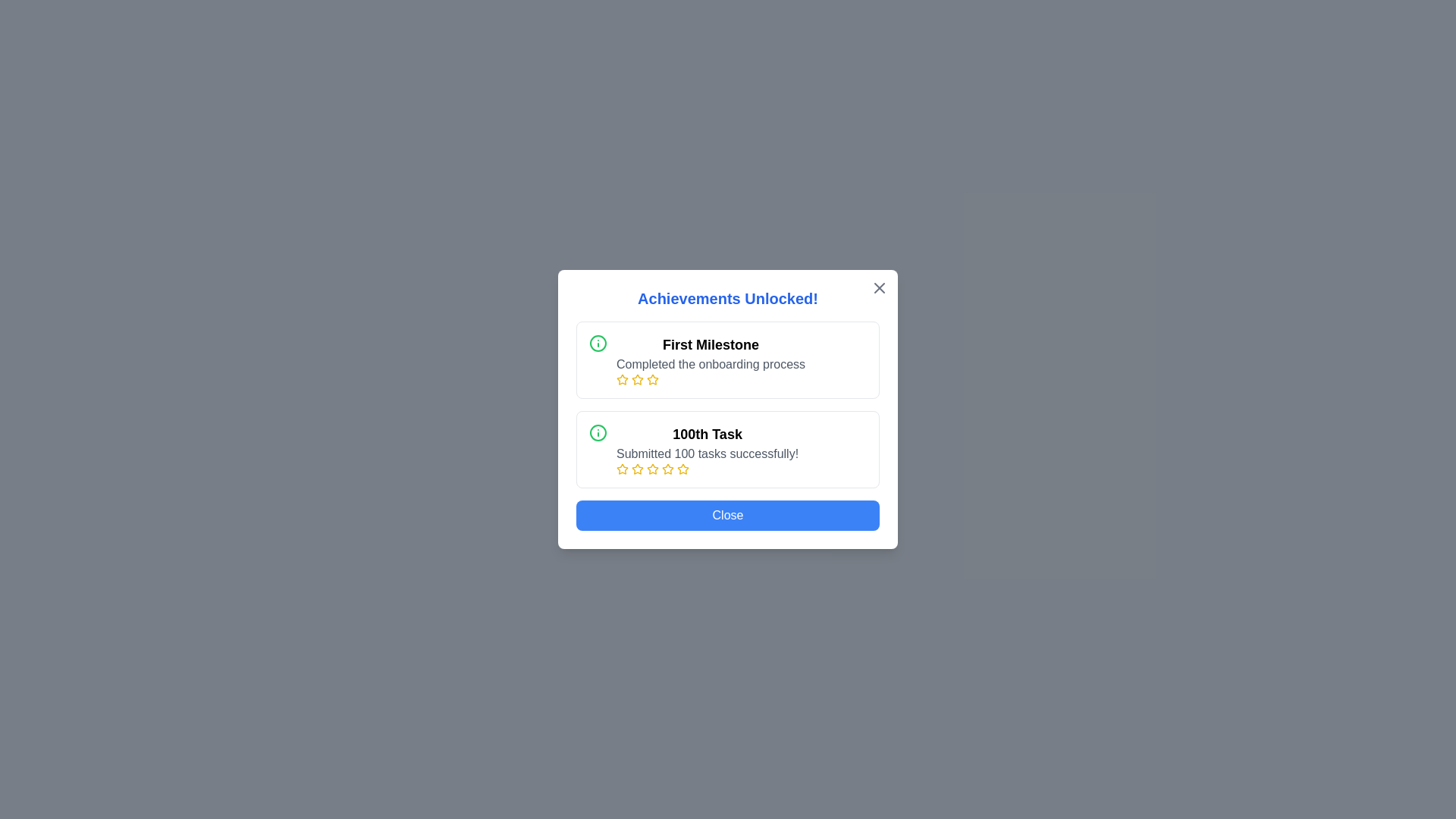 This screenshot has height=819, width=1456. Describe the element at coordinates (710, 379) in the screenshot. I see `the rating representation by focusing on the row of three yellow stars located beneath the text 'Completed the onboarding process' in the 'First Milestone' section of the 'Achievements Unlocked!' dialog` at that location.